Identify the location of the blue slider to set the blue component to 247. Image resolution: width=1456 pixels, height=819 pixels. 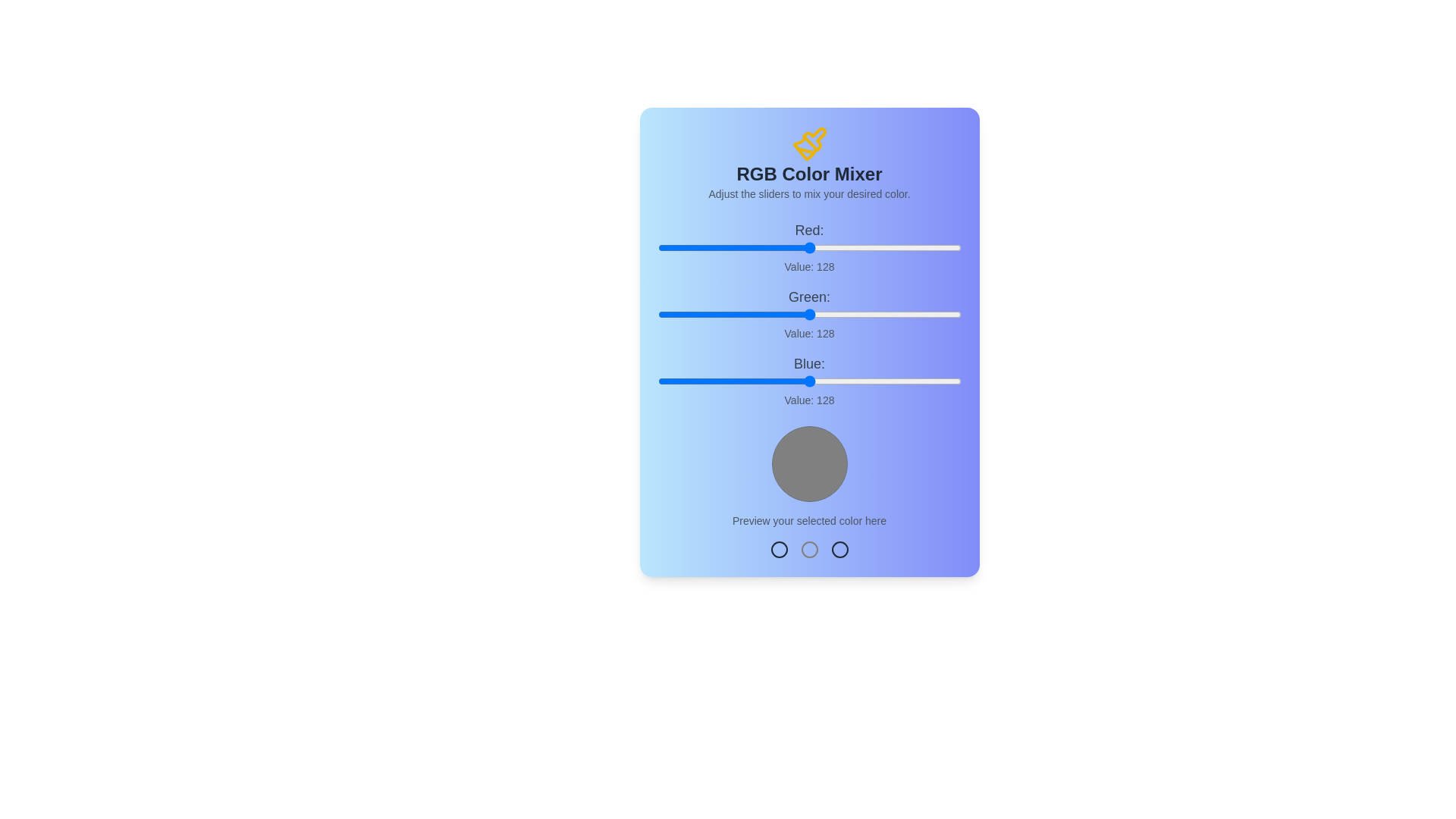
(950, 380).